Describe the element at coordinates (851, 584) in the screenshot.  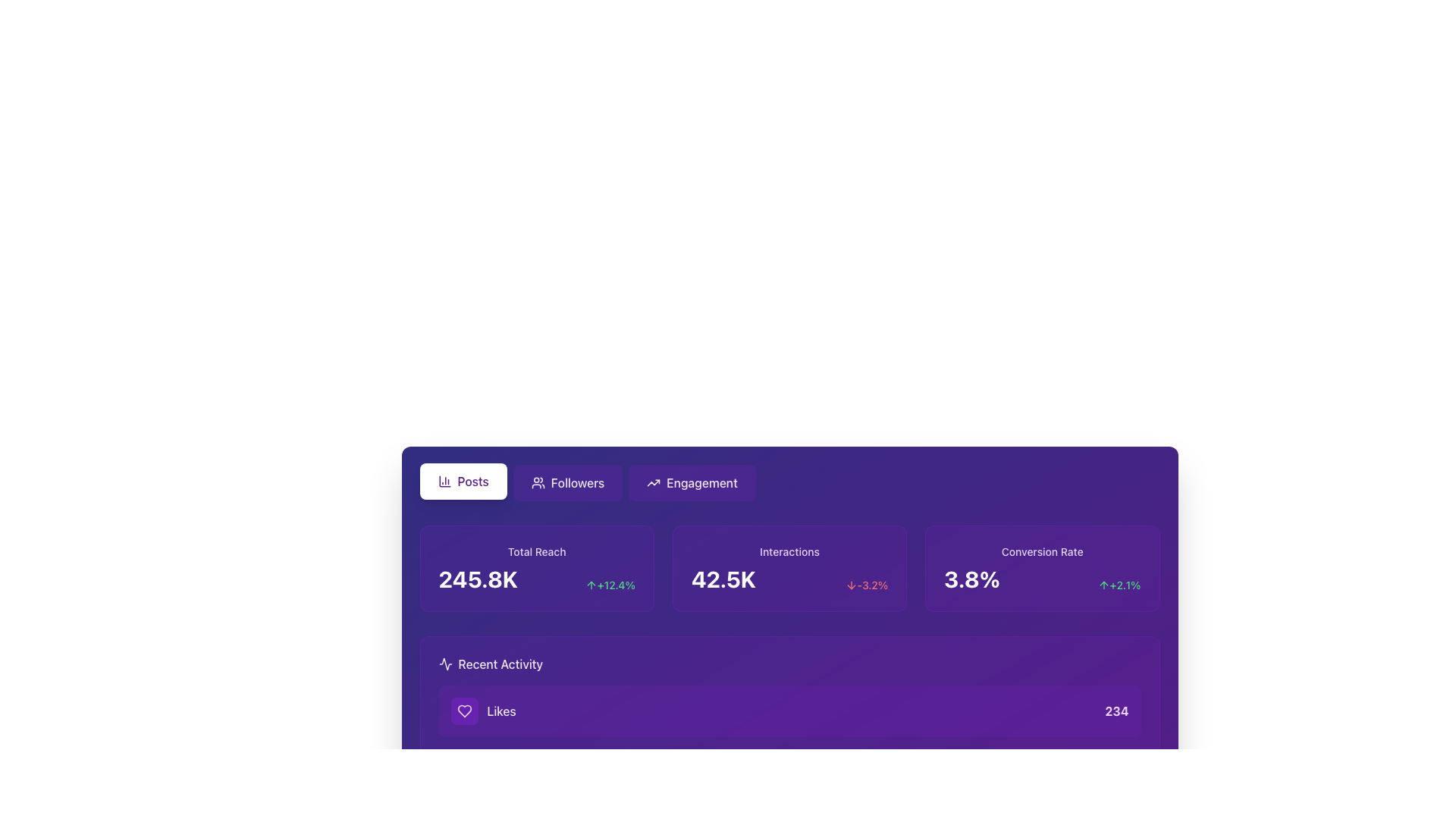
I see `the downward arrow icon indicating a decrease of -3.2% in the middle card under the 'Engagement' category` at that location.